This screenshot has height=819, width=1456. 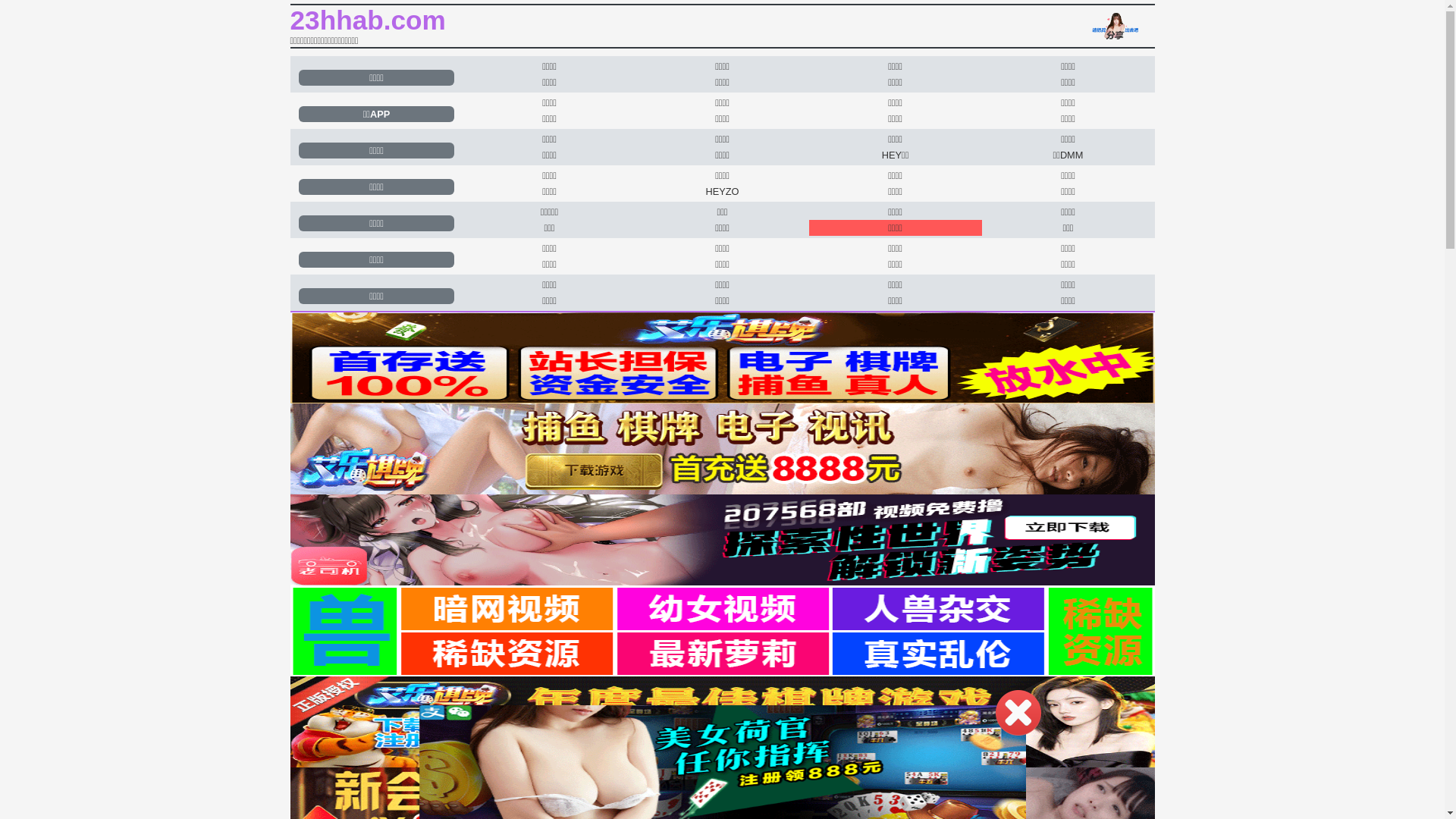 What do you see at coordinates (721, 190) in the screenshot?
I see `'HEYZO'` at bounding box center [721, 190].